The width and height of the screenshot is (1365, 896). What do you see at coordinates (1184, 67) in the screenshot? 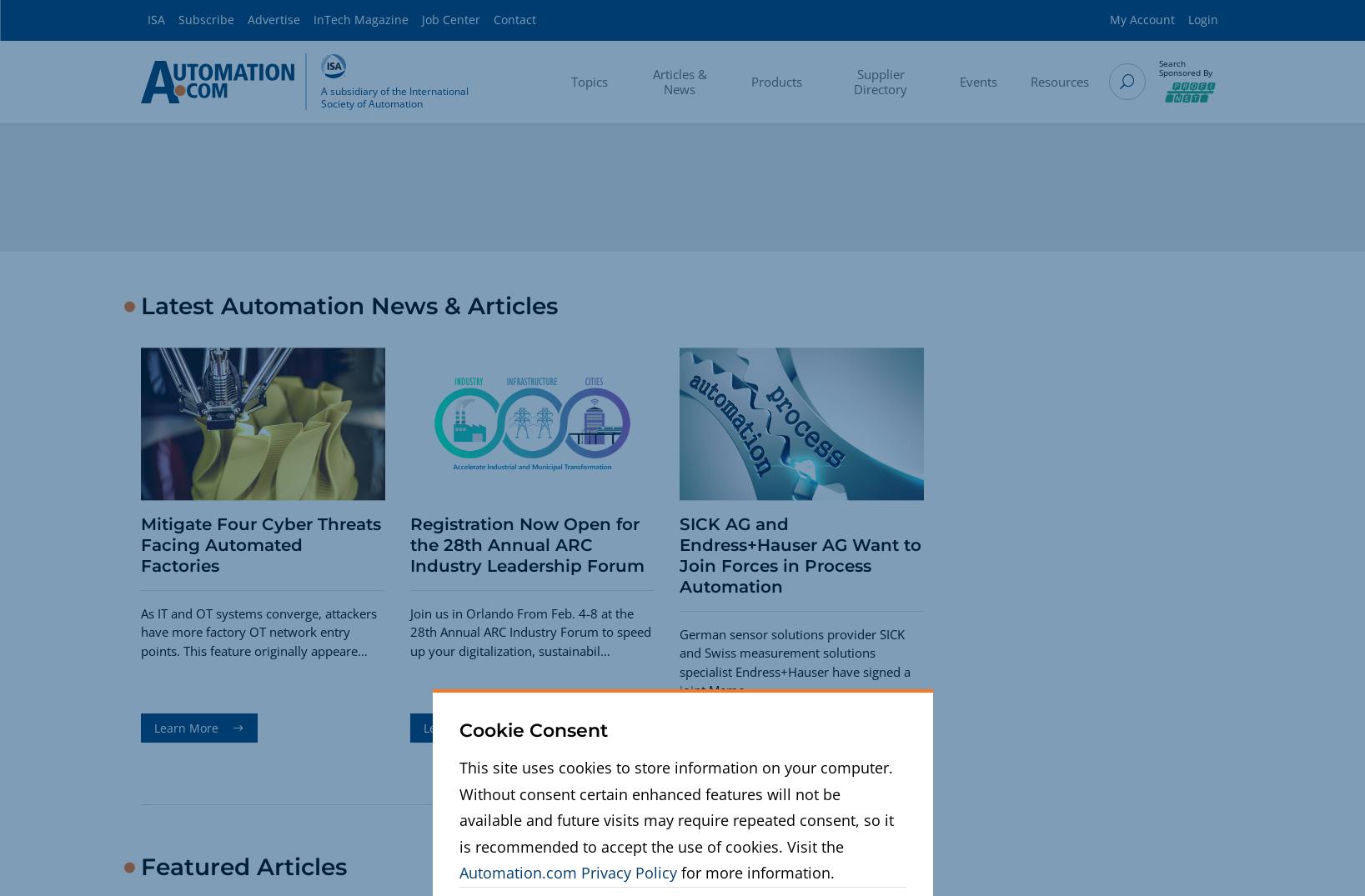
I see `'Search Sponsored By'` at bounding box center [1184, 67].